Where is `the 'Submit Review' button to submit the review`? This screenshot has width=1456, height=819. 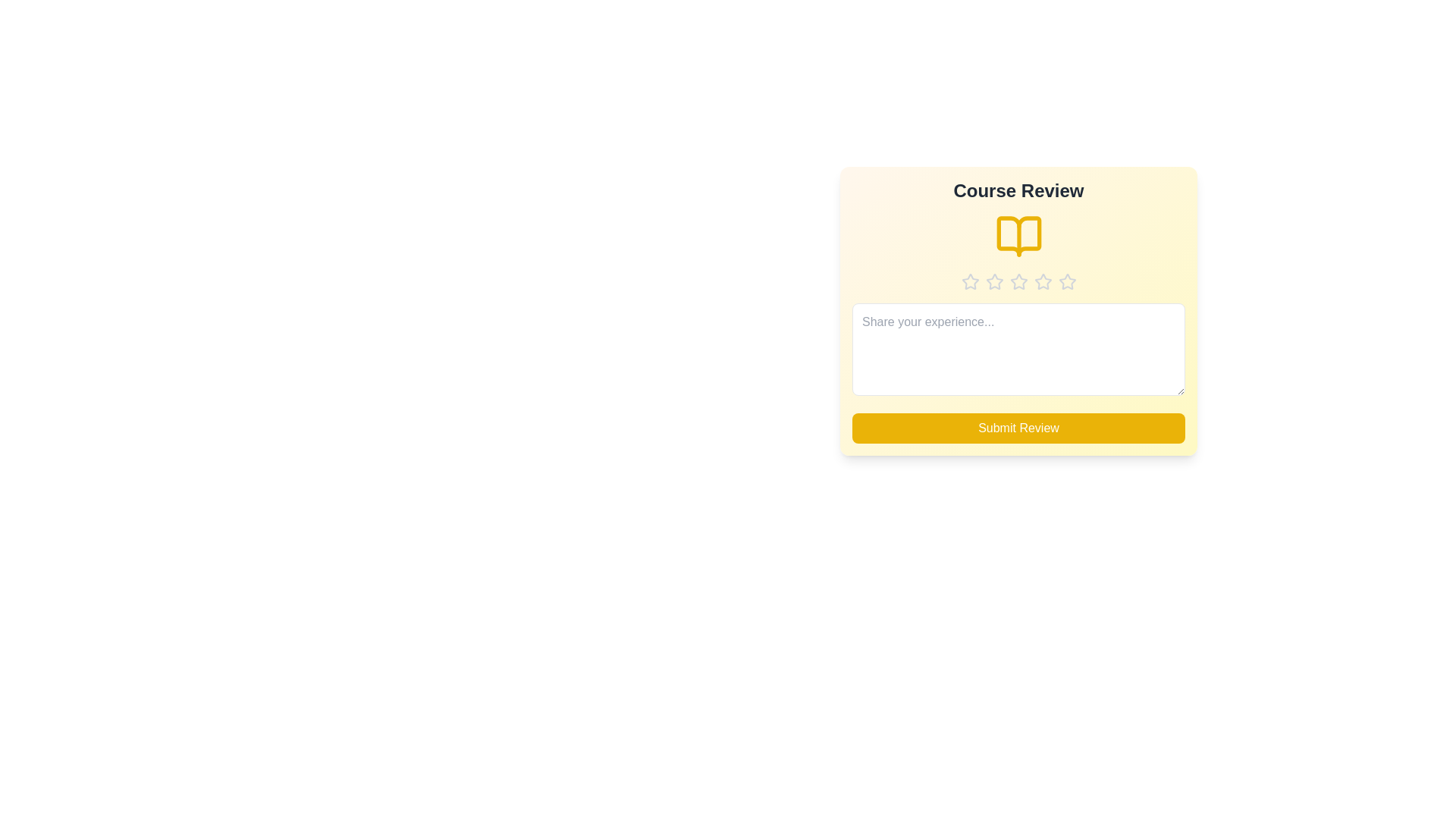 the 'Submit Review' button to submit the review is located at coordinates (1018, 428).